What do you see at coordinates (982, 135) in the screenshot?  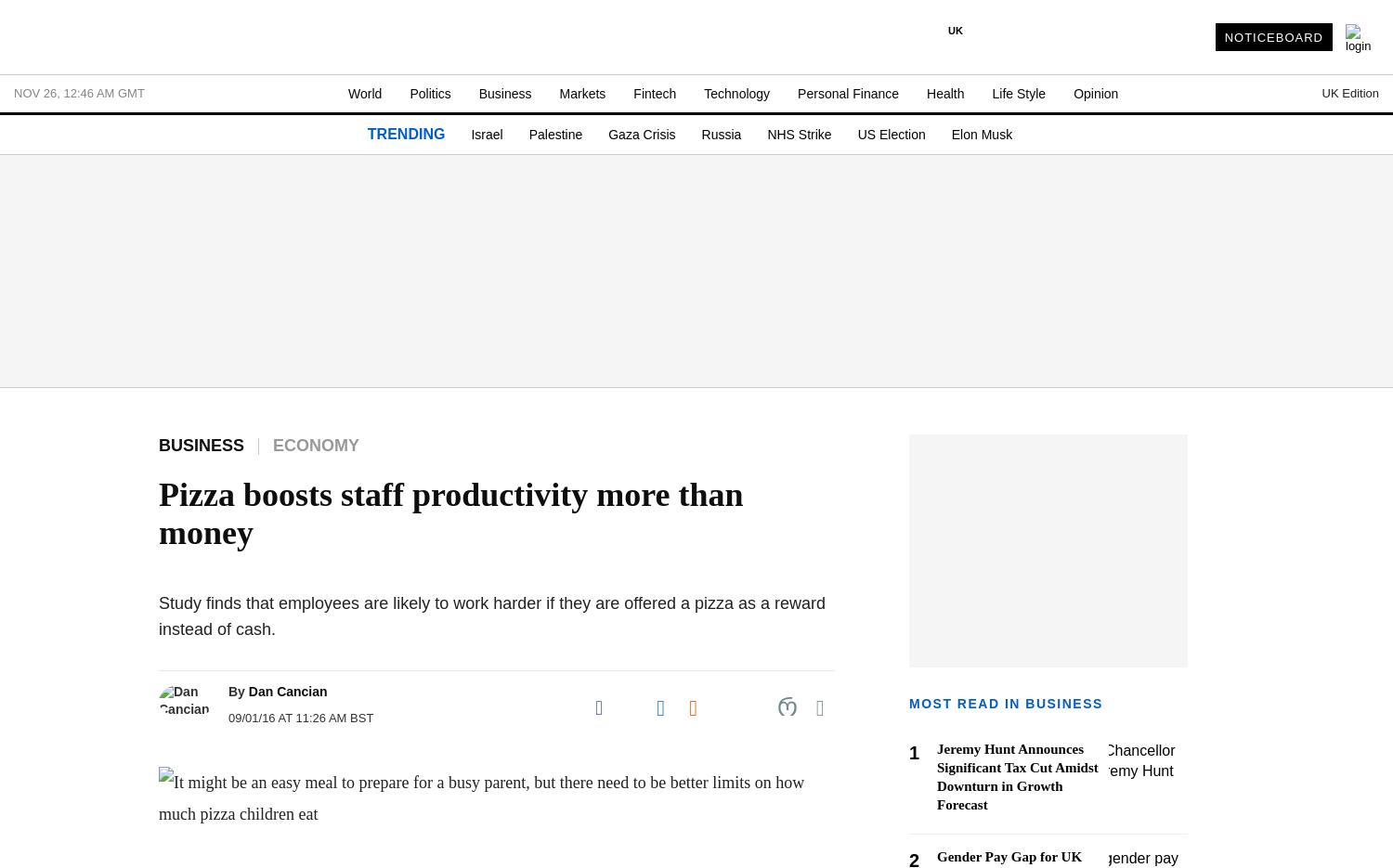 I see `'Elon Musk'` at bounding box center [982, 135].